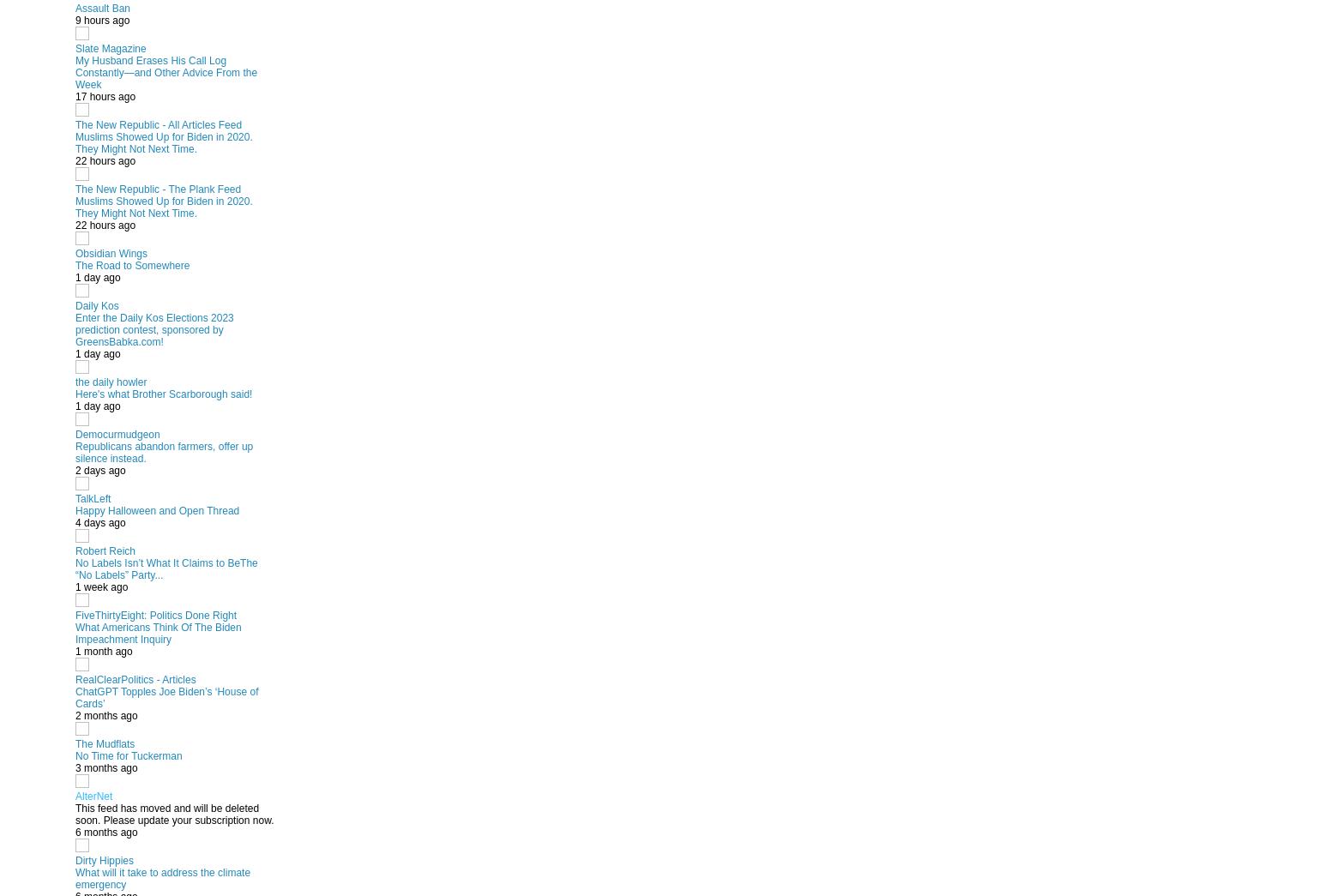 The image size is (1336, 896). I want to click on 'TalkLeft', so click(92, 497).